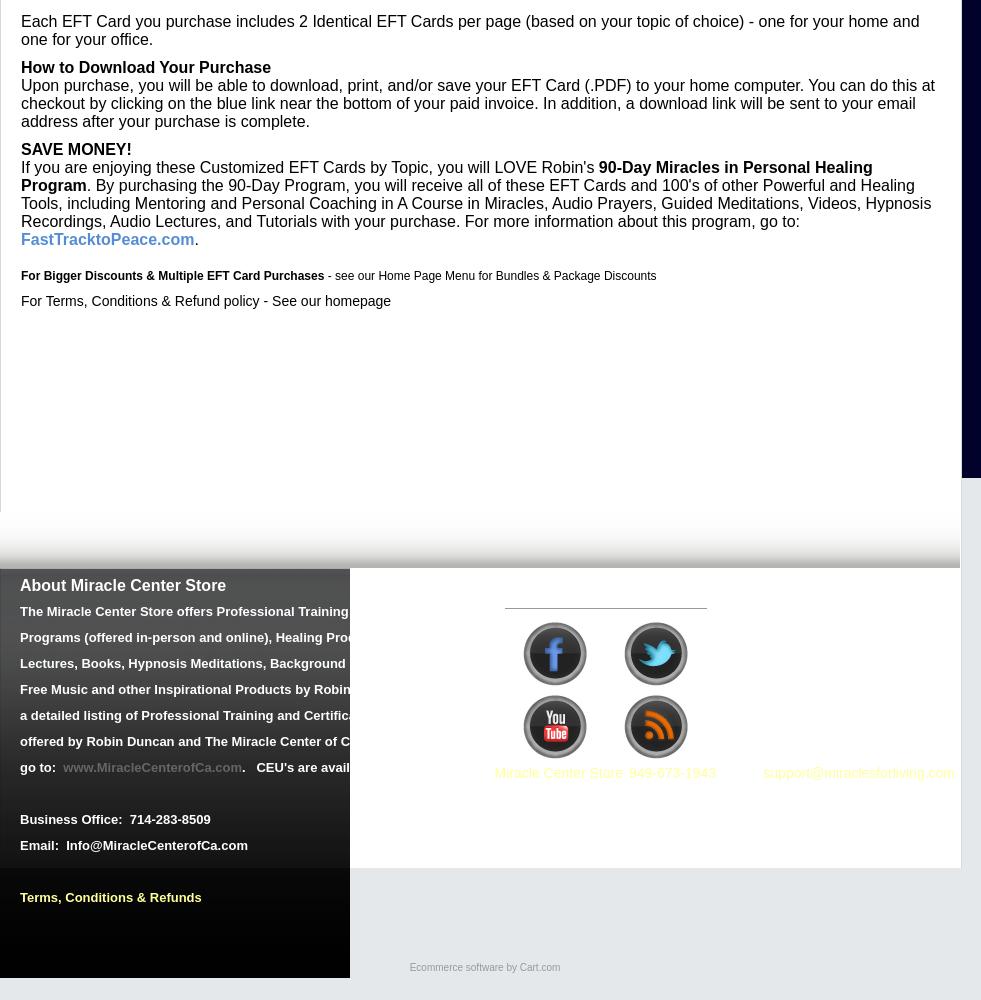  Describe the element at coordinates (19, 584) in the screenshot. I see `'About Miracle Center Store'` at that location.